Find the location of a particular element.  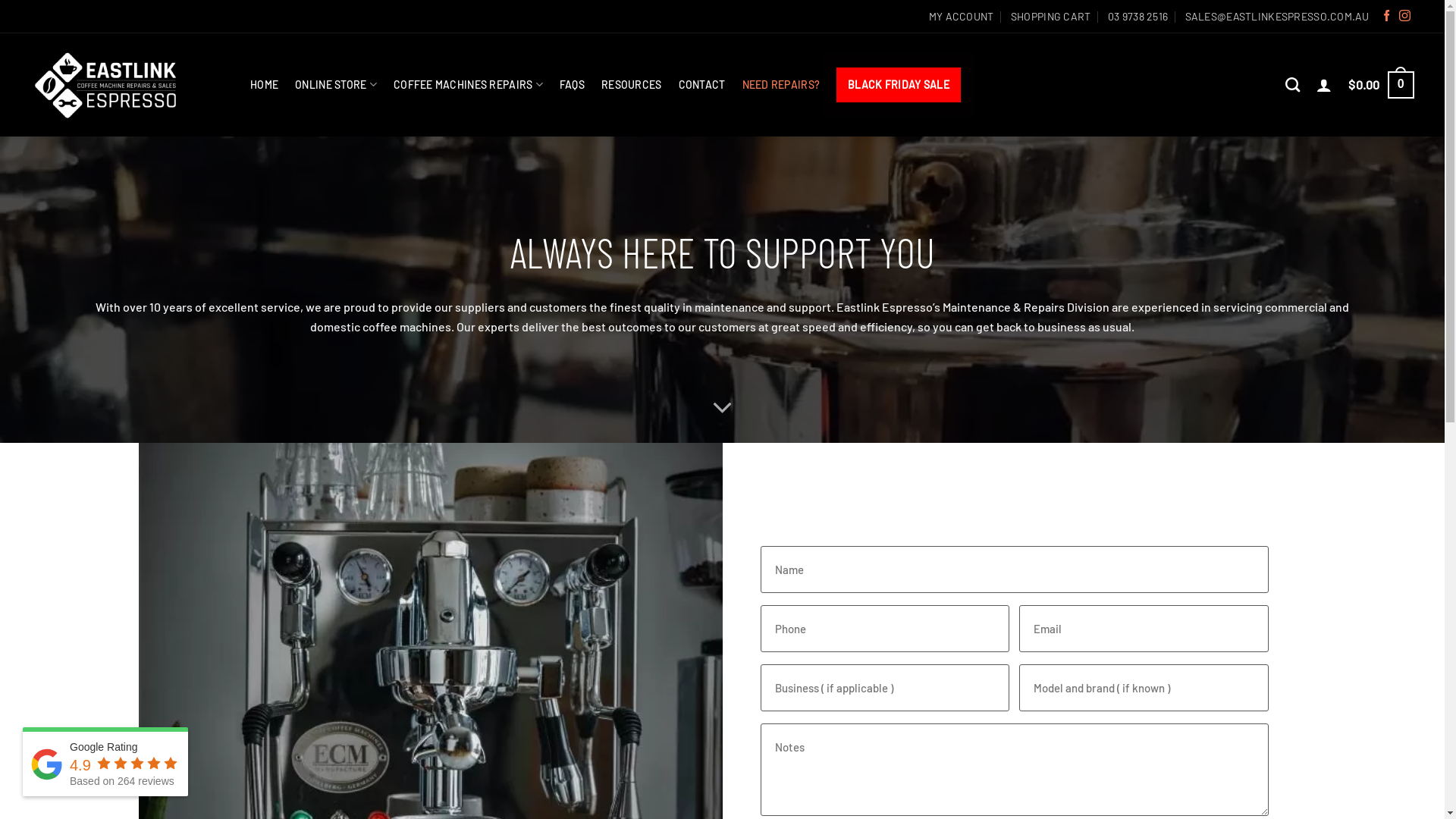

'$0.00 is located at coordinates (1381, 85).